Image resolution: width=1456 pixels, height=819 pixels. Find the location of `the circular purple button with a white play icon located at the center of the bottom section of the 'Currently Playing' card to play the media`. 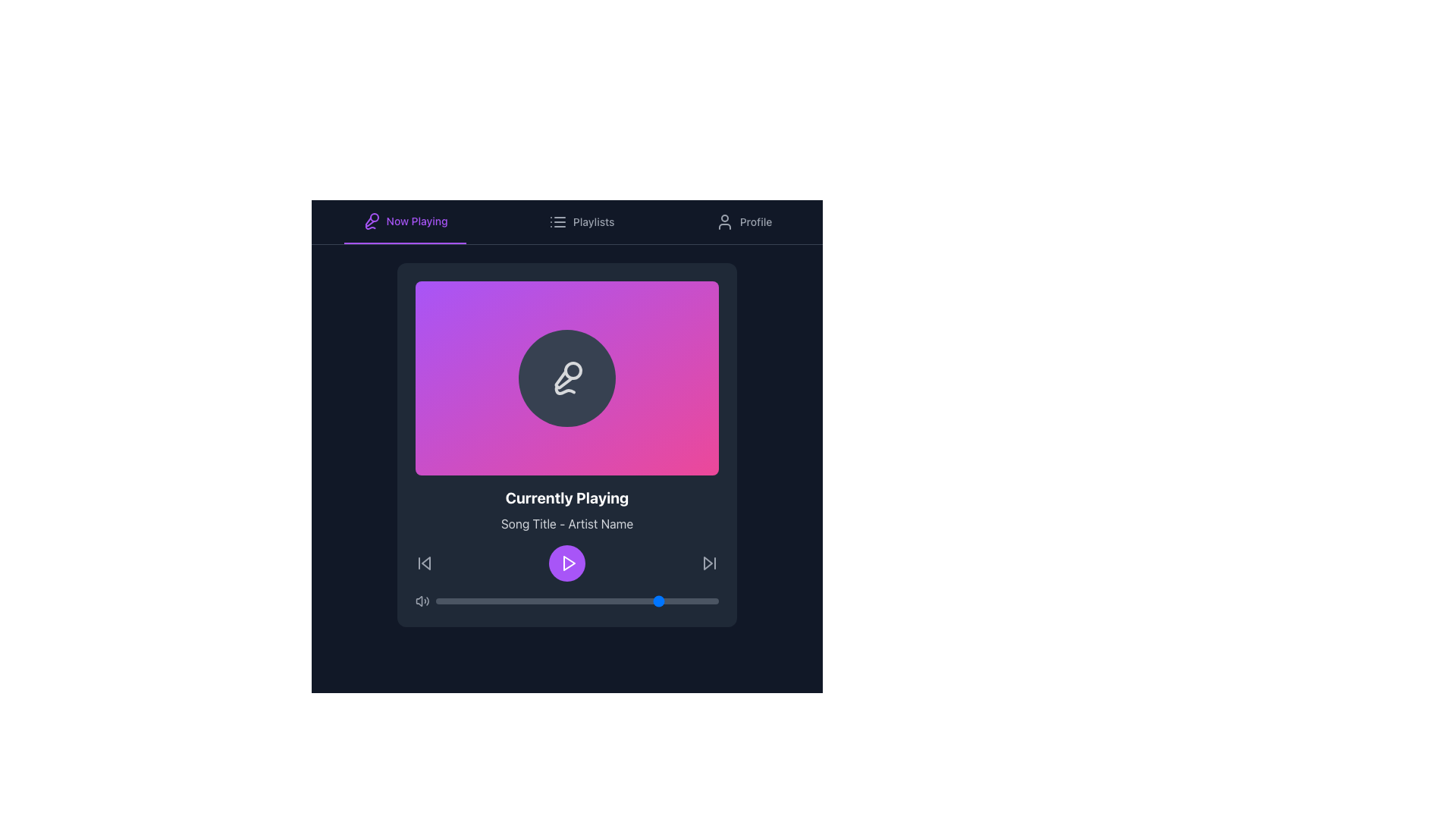

the circular purple button with a white play icon located at the center of the bottom section of the 'Currently Playing' card to play the media is located at coordinates (566, 563).